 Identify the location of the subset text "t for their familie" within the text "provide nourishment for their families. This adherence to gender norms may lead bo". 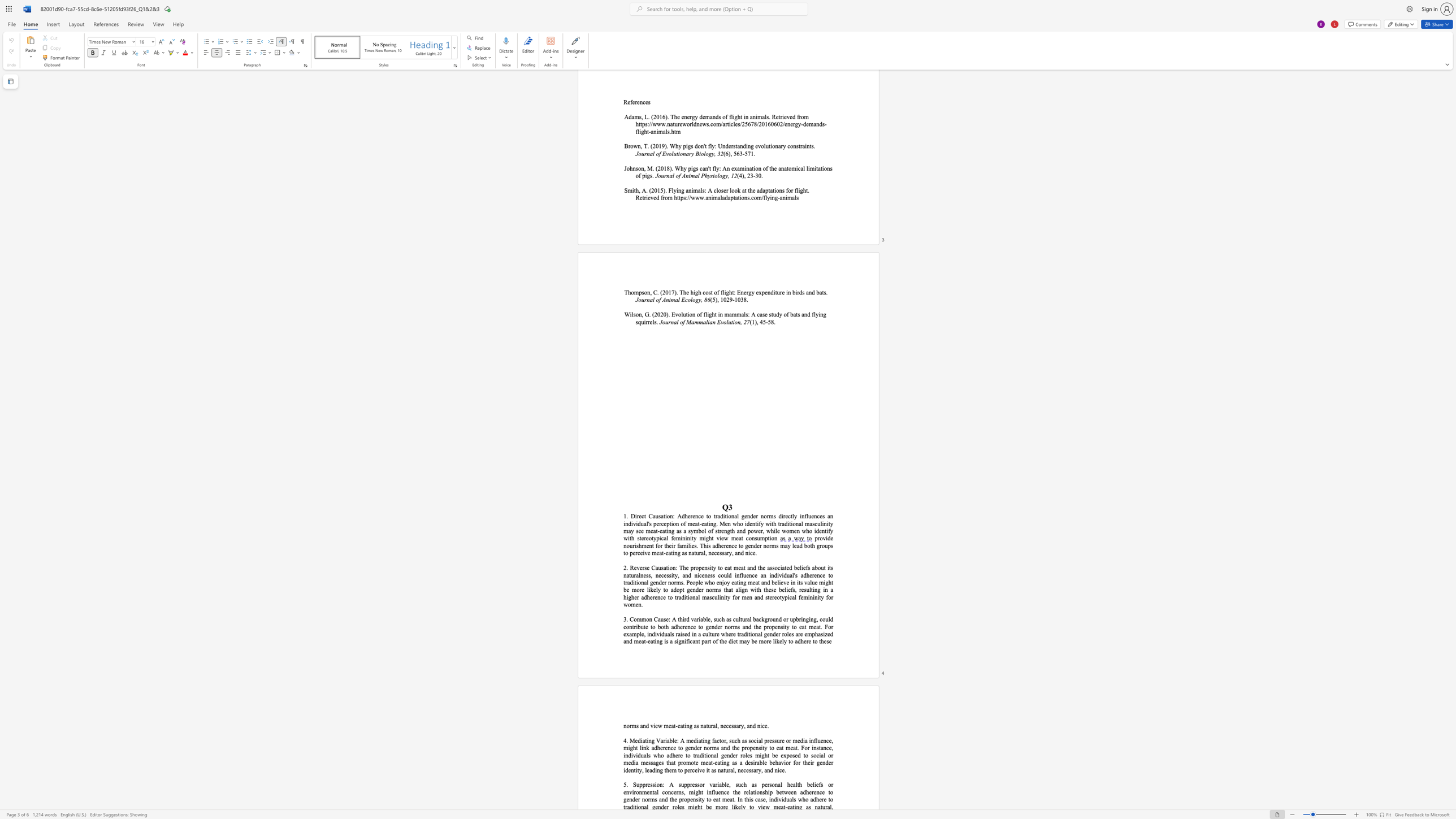
(651, 545).